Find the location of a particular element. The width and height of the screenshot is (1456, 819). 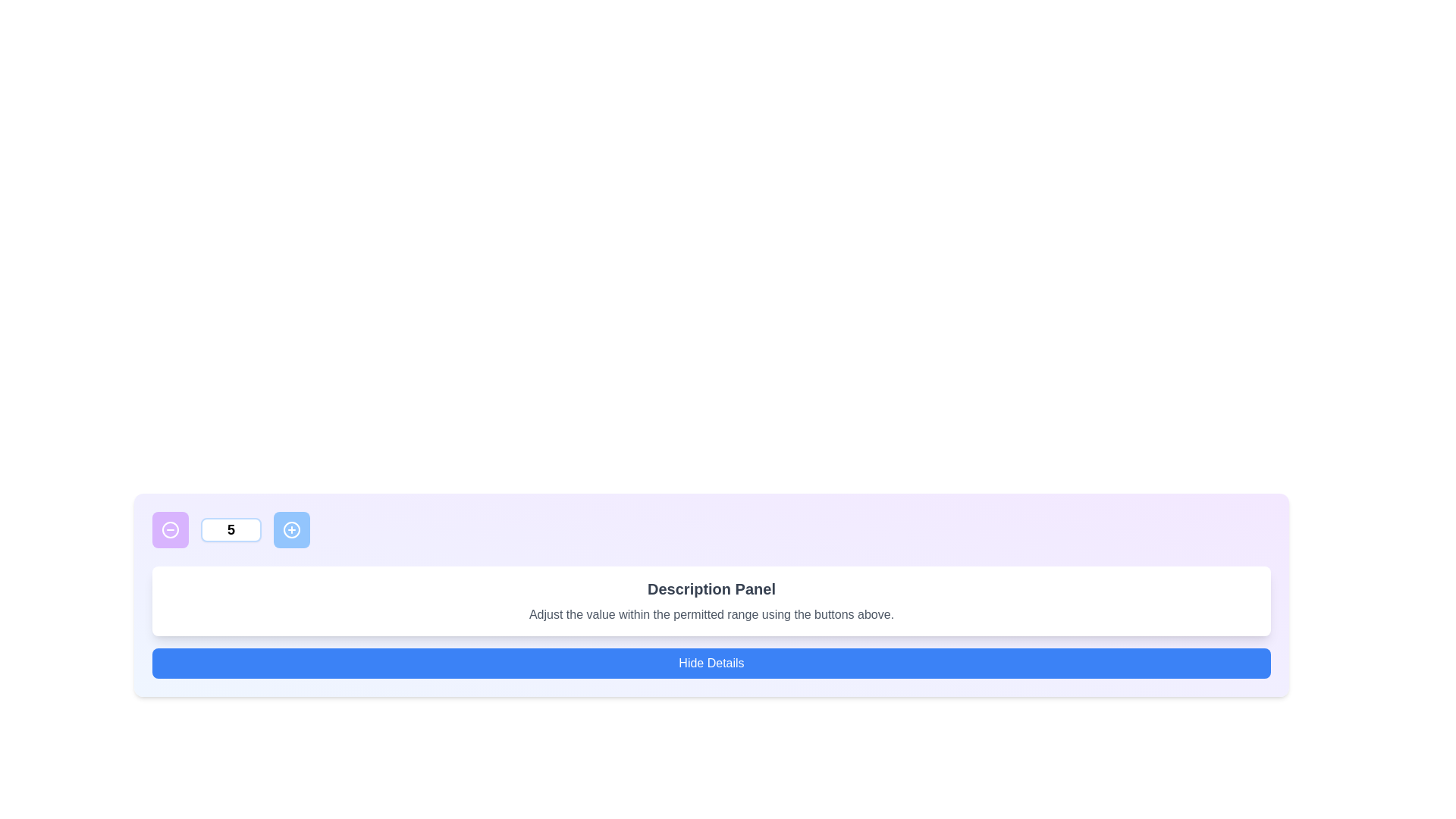

the toggle button at the bottom of the 'Description Panel' is located at coordinates (711, 663).